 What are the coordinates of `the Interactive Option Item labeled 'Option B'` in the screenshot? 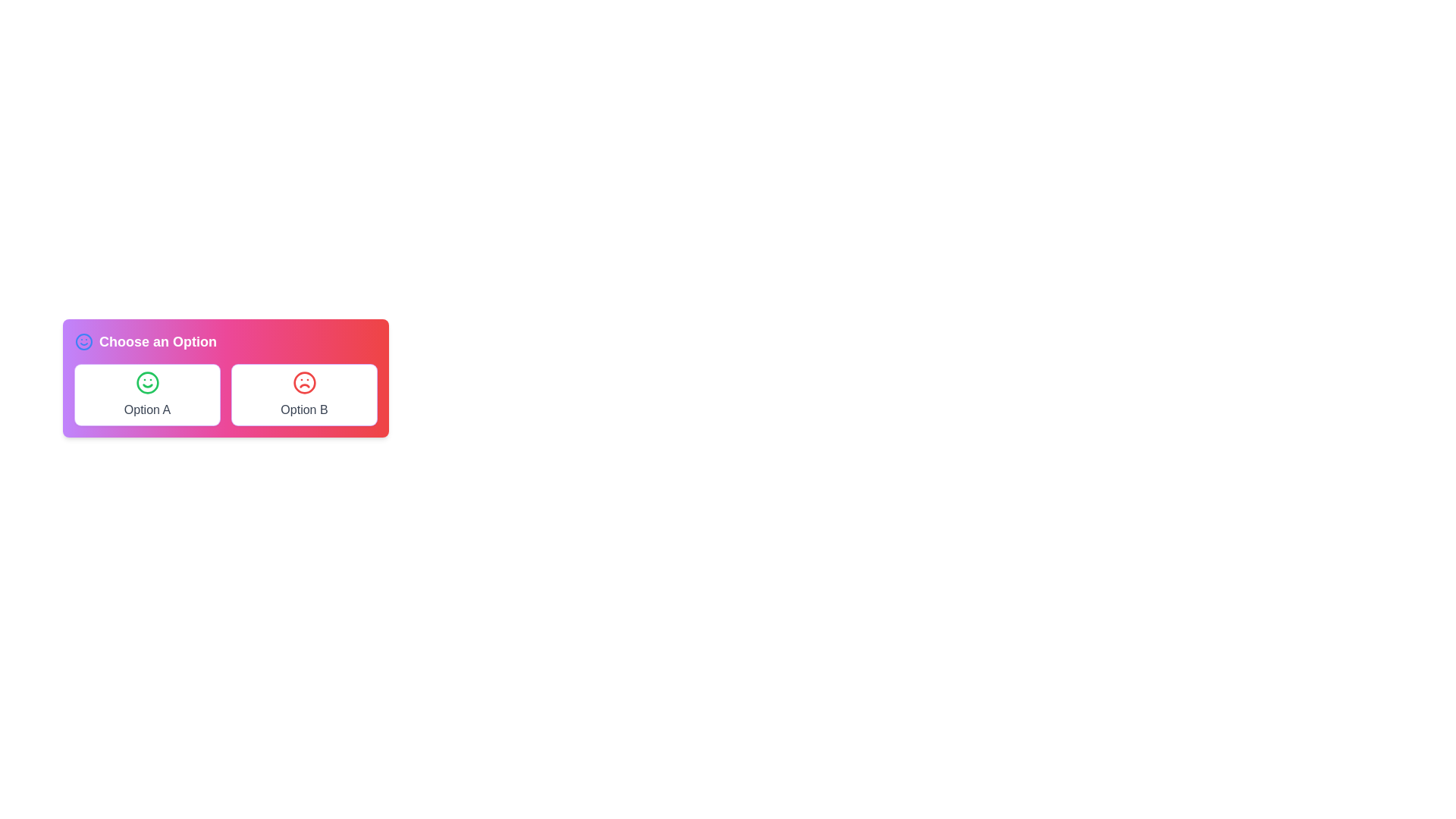 It's located at (303, 394).